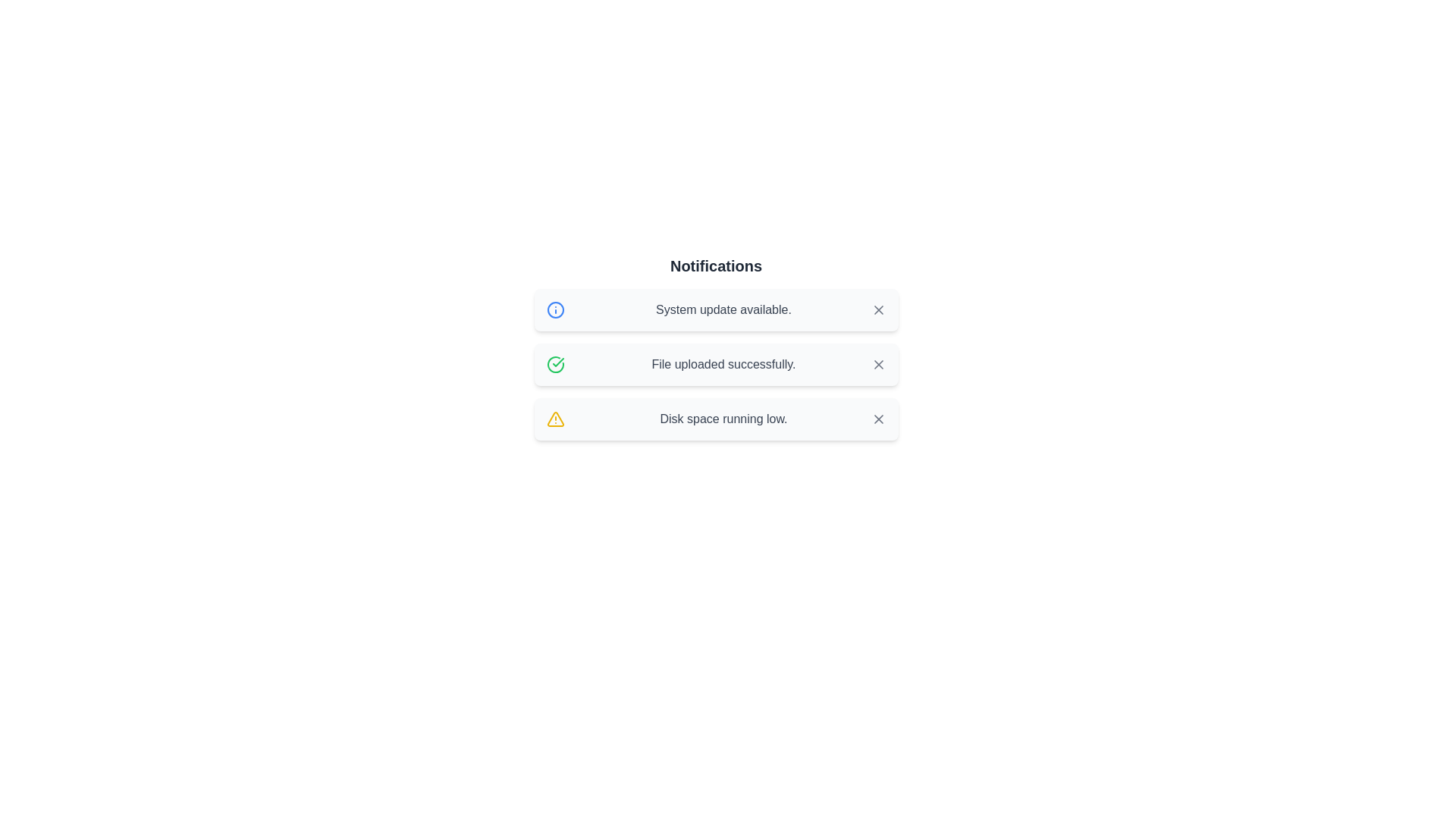 The image size is (1456, 819). I want to click on message text of the Notification Card indicating low disk space, which is the third notification in the vertically stacked list of three notifications, so click(715, 419).